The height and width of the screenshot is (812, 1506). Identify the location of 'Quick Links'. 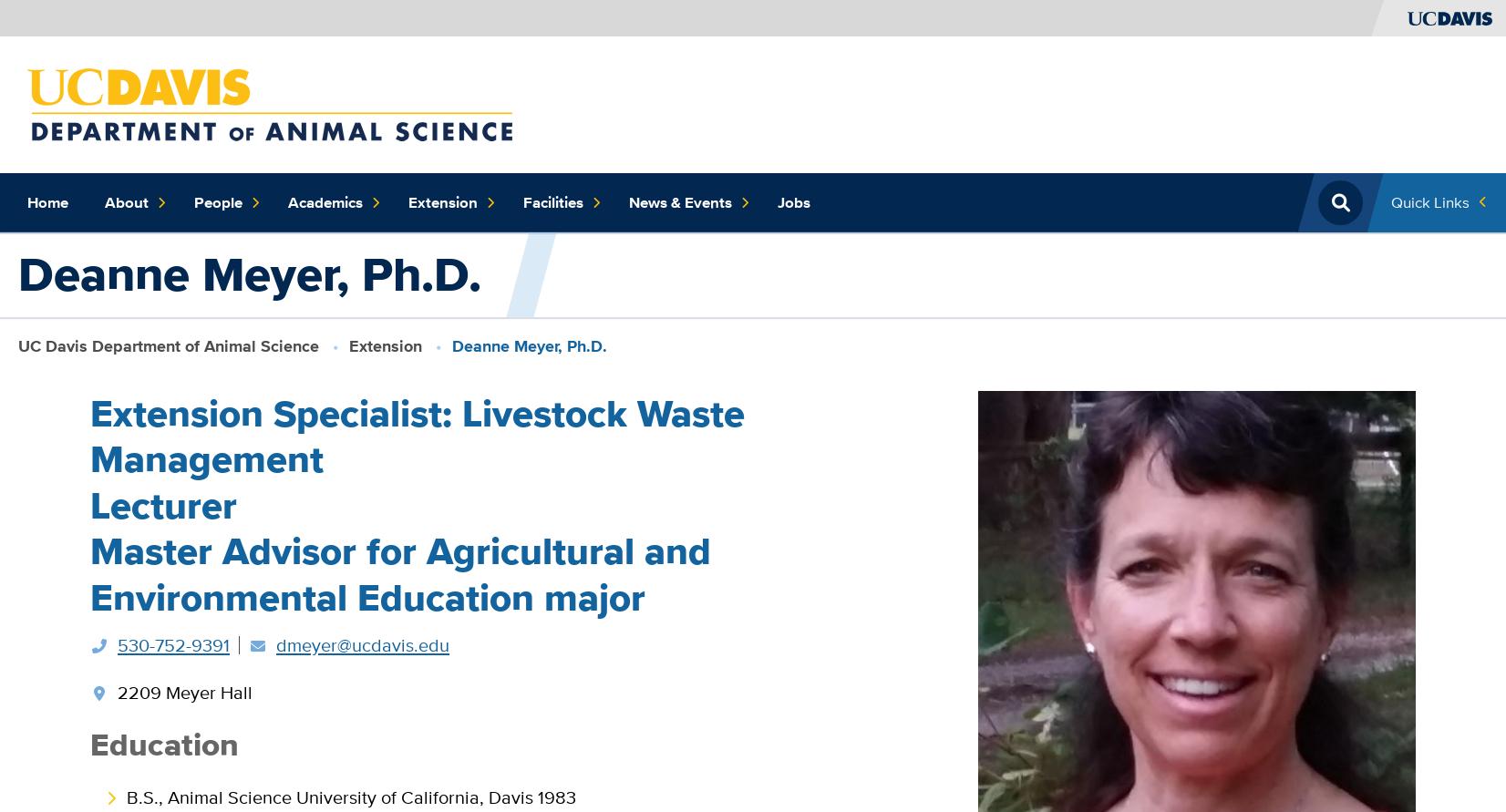
(1429, 202).